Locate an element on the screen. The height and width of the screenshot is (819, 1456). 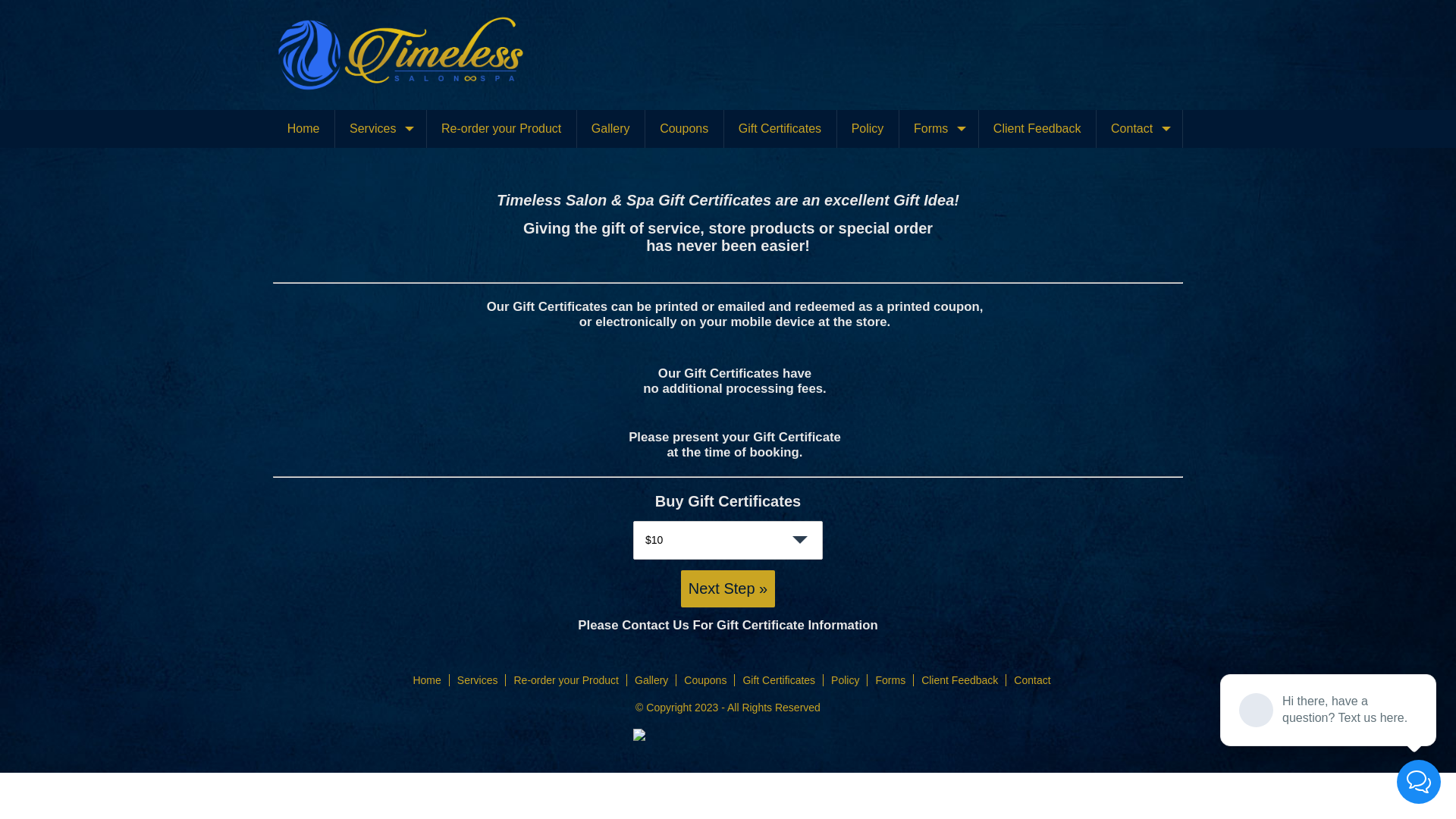
'Re-order your Product' is located at coordinates (565, 679).